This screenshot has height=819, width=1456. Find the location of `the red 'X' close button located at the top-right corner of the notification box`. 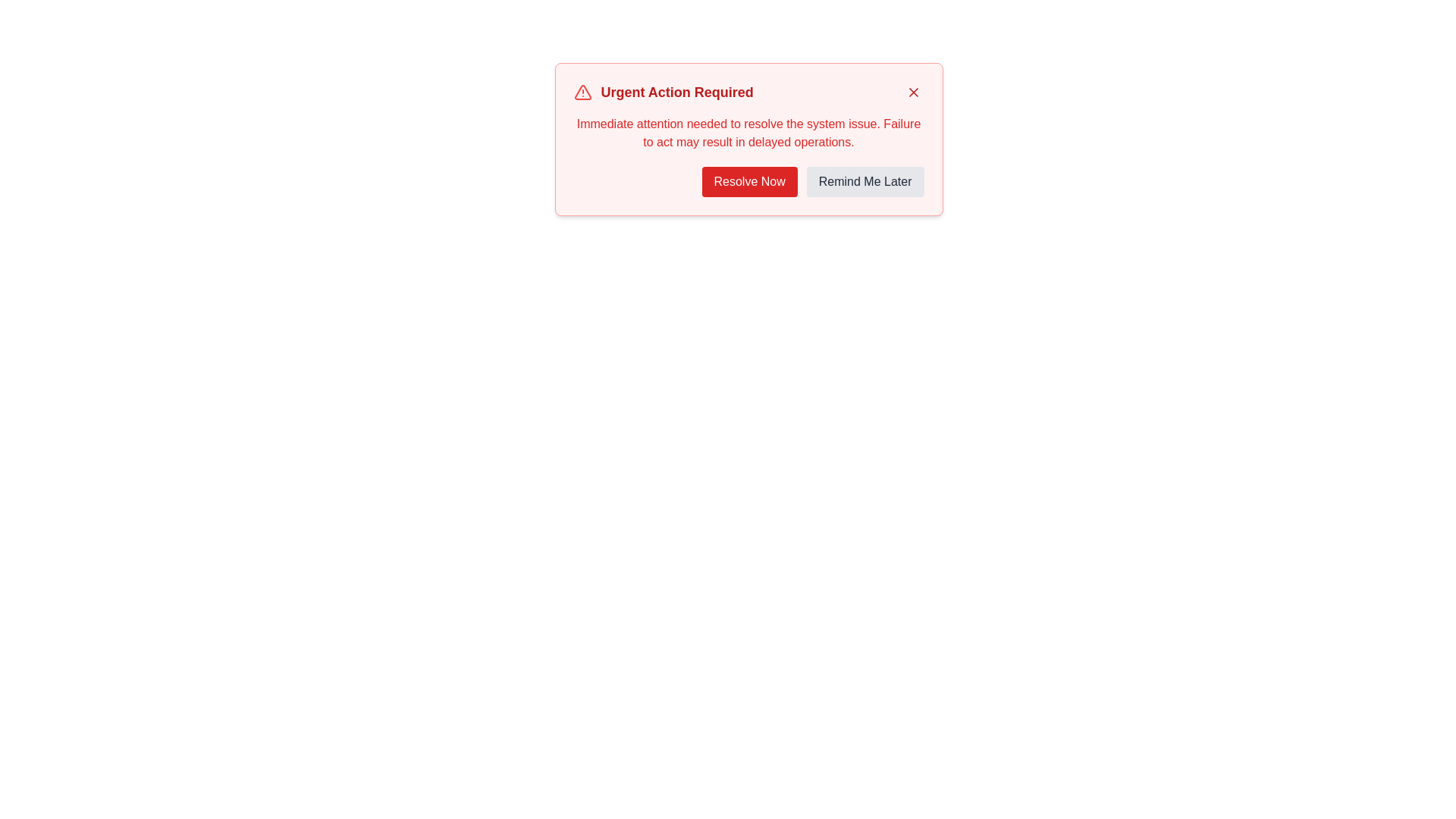

the red 'X' close button located at the top-right corner of the notification box is located at coordinates (912, 93).